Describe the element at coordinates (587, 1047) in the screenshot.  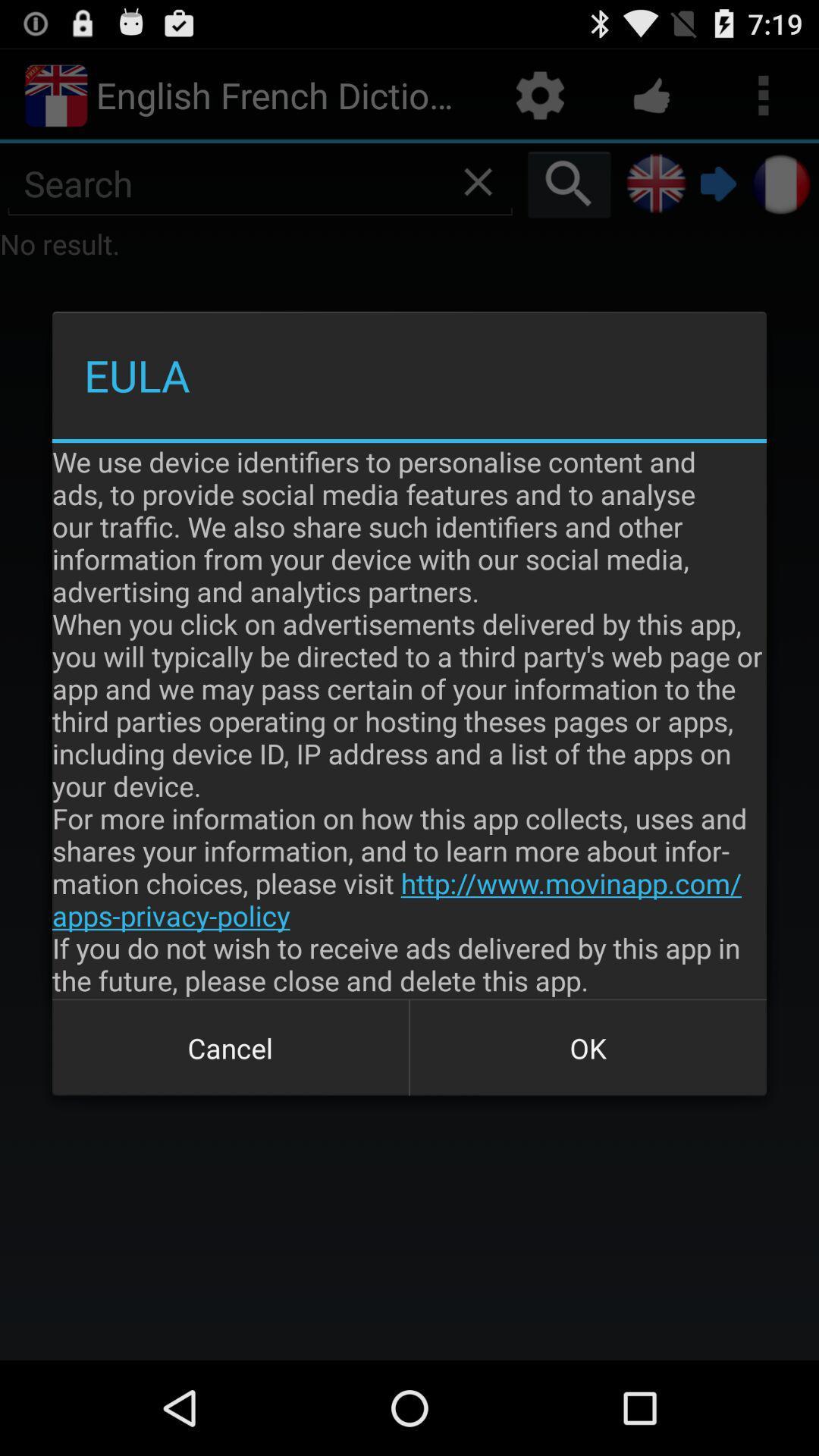
I see `icon next to cancel icon` at that location.